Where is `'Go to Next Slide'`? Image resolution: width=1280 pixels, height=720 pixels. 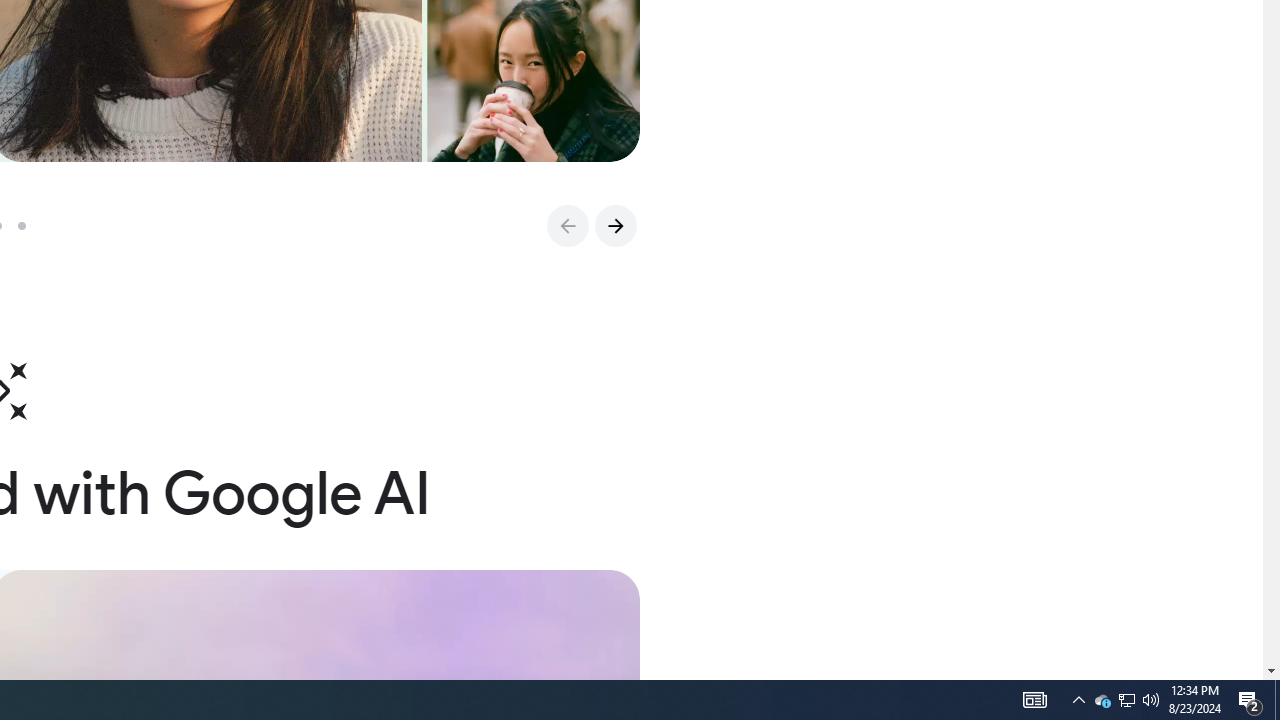 'Go to Next Slide' is located at coordinates (614, 225).